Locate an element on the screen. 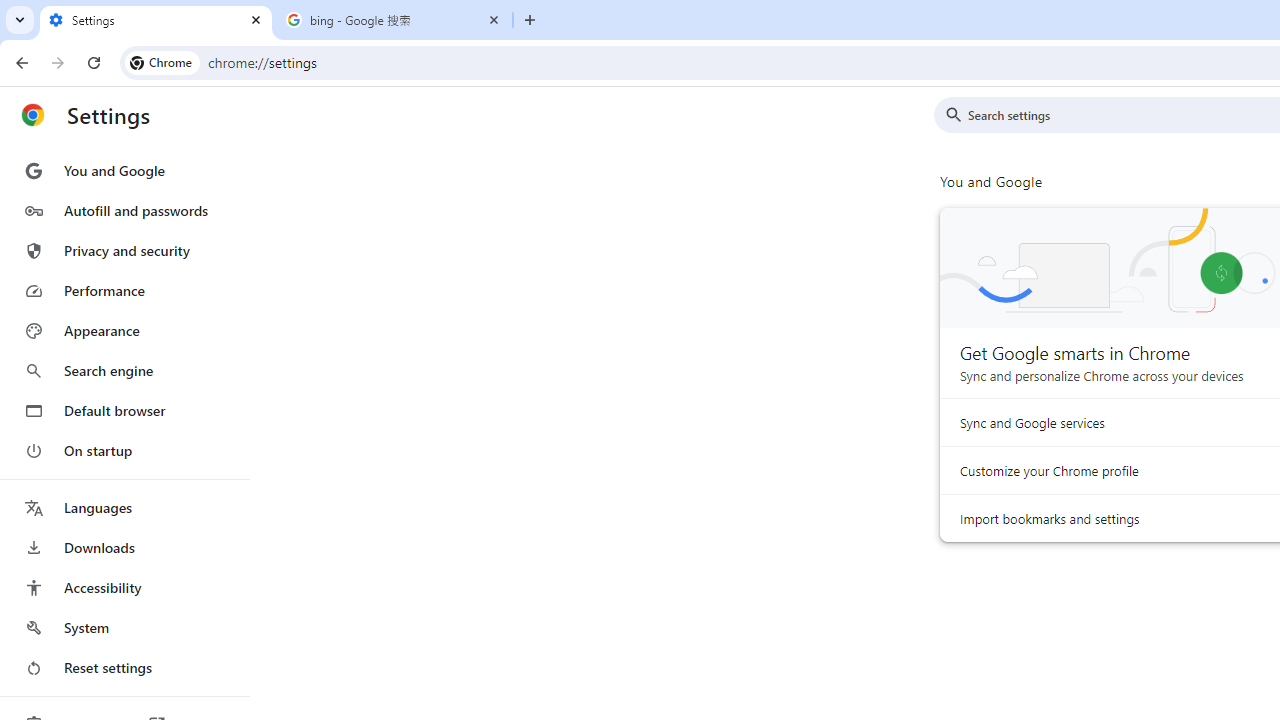 This screenshot has width=1280, height=720. 'Reset settings' is located at coordinates (123, 668).